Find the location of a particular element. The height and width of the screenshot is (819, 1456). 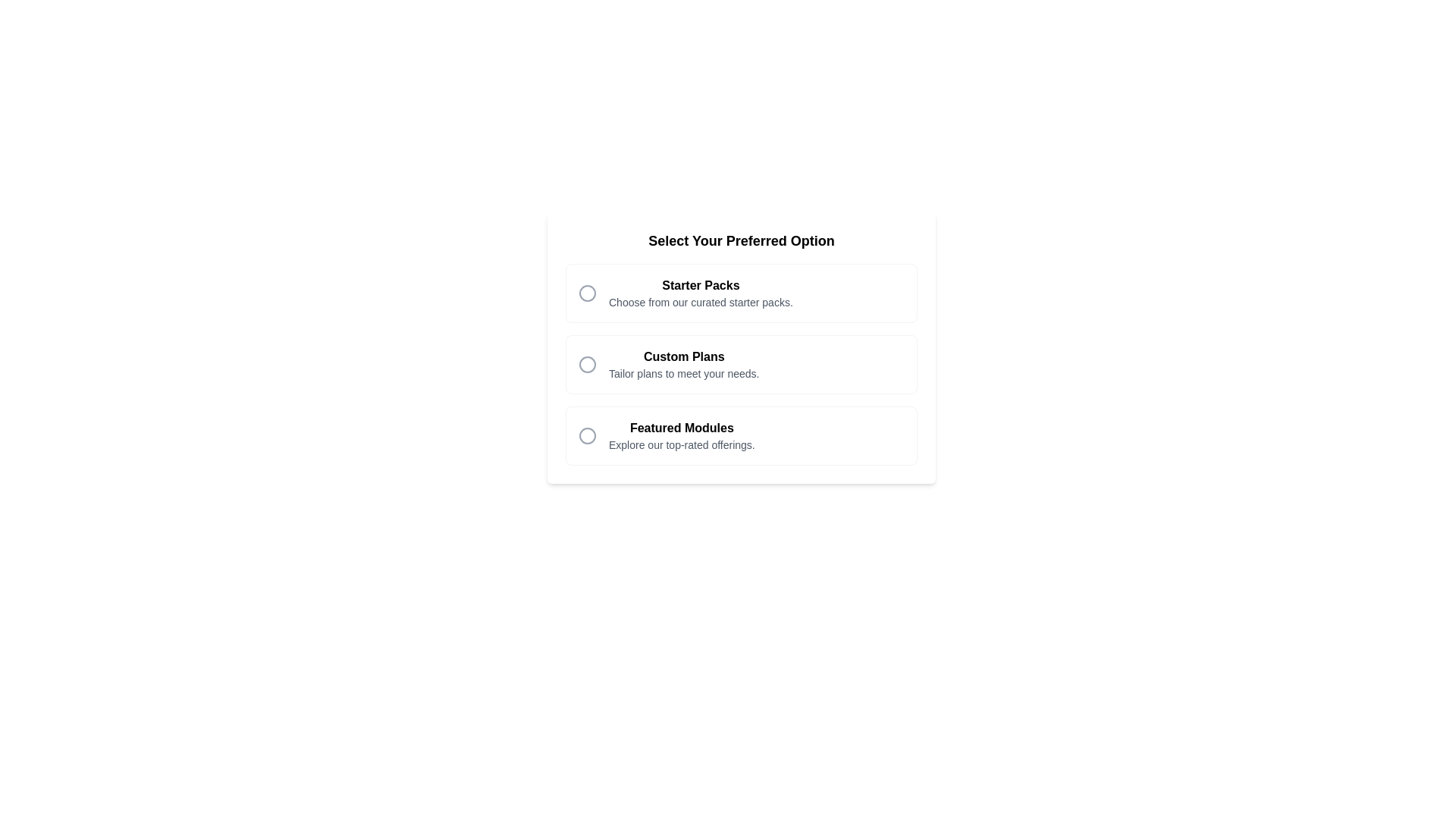

the Text Display that describes customizable plans, located centrally in the second card of a vertically stacked list, positioned between 'Starter Packs' and 'Featured Modules' is located at coordinates (683, 365).